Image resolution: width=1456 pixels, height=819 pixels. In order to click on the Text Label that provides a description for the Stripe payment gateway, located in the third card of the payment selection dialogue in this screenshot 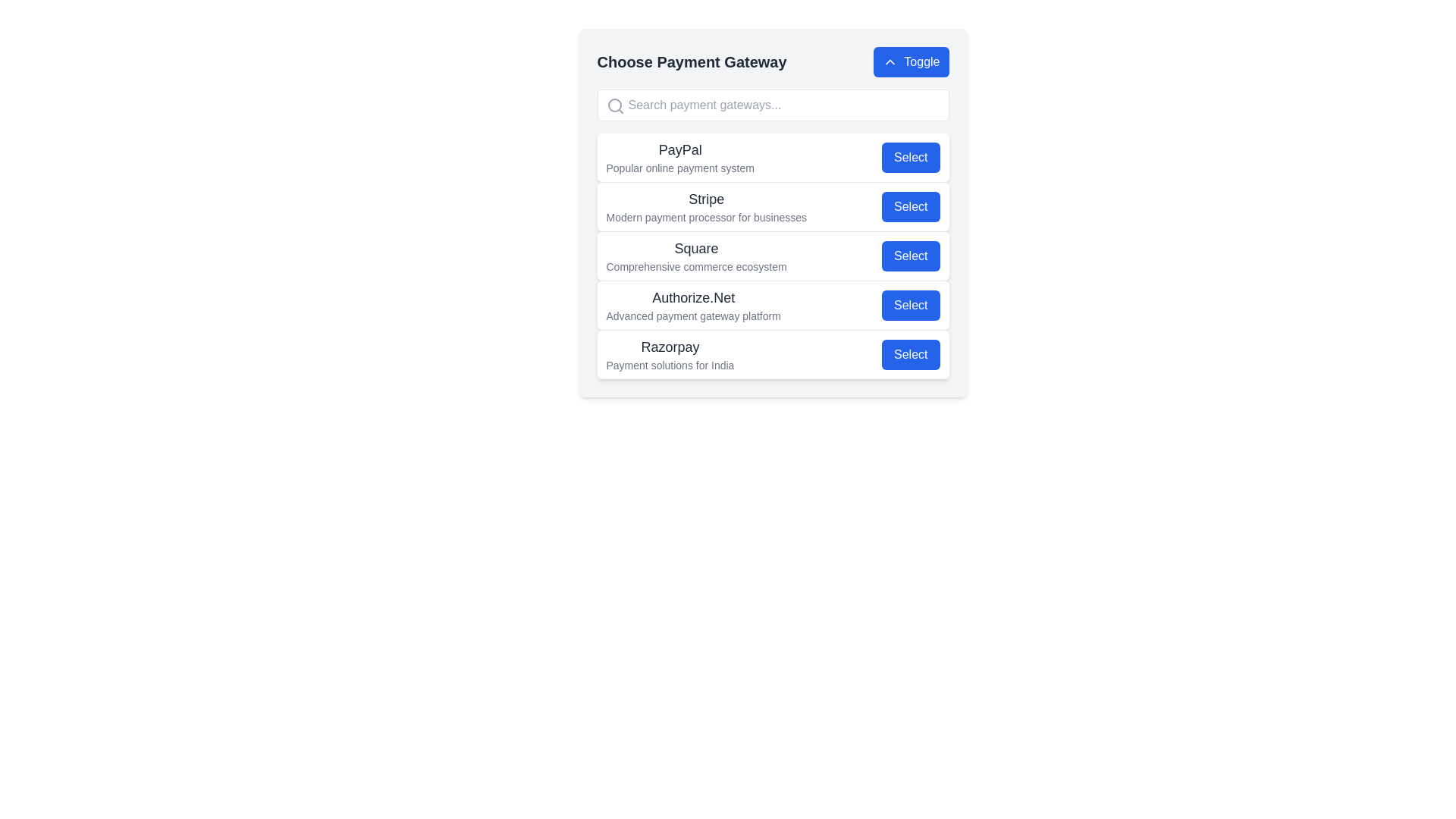, I will do `click(705, 207)`.